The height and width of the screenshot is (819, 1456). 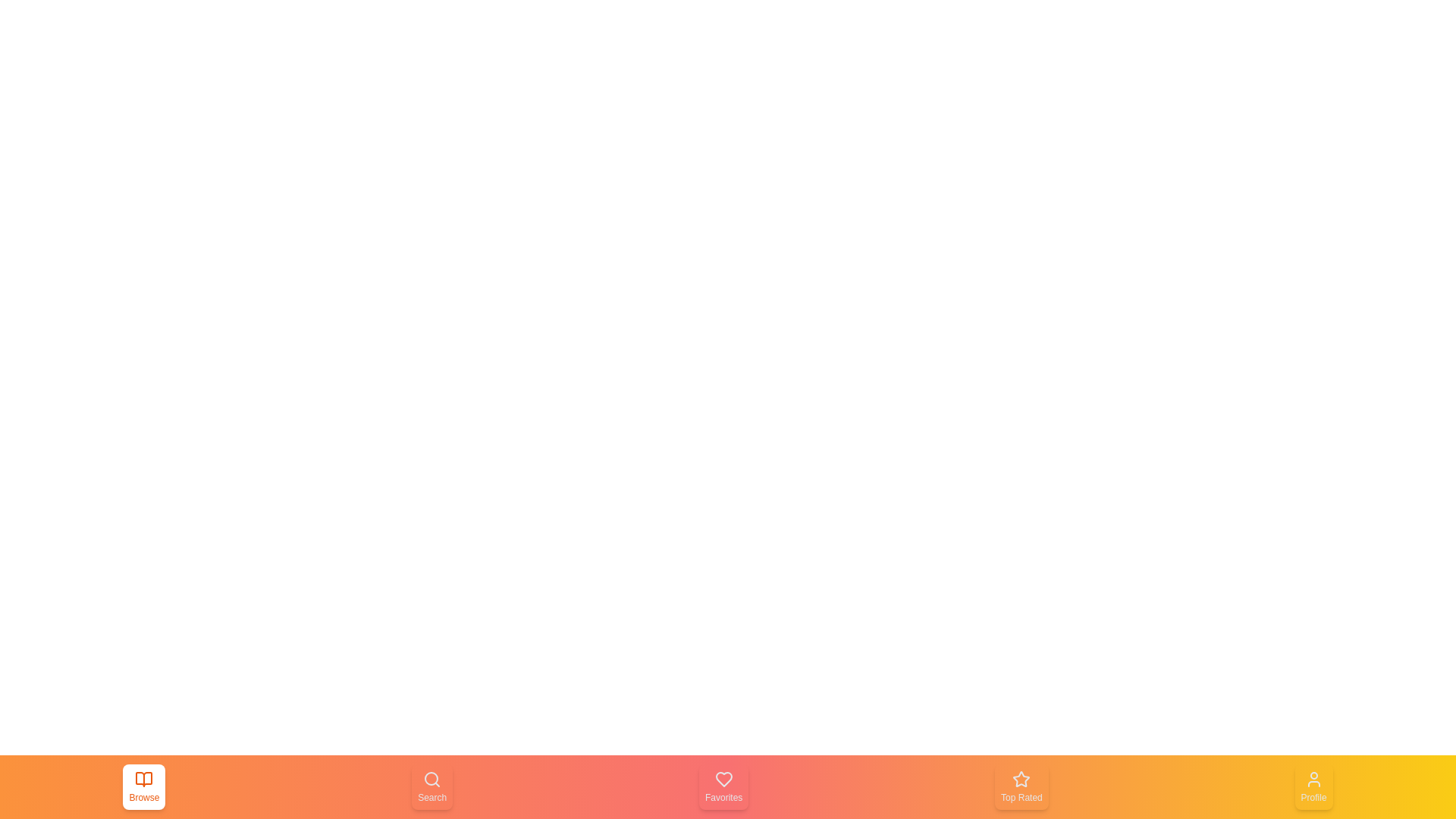 What do you see at coordinates (1313, 786) in the screenshot?
I see `the tab Profile by clicking on the corresponding button` at bounding box center [1313, 786].